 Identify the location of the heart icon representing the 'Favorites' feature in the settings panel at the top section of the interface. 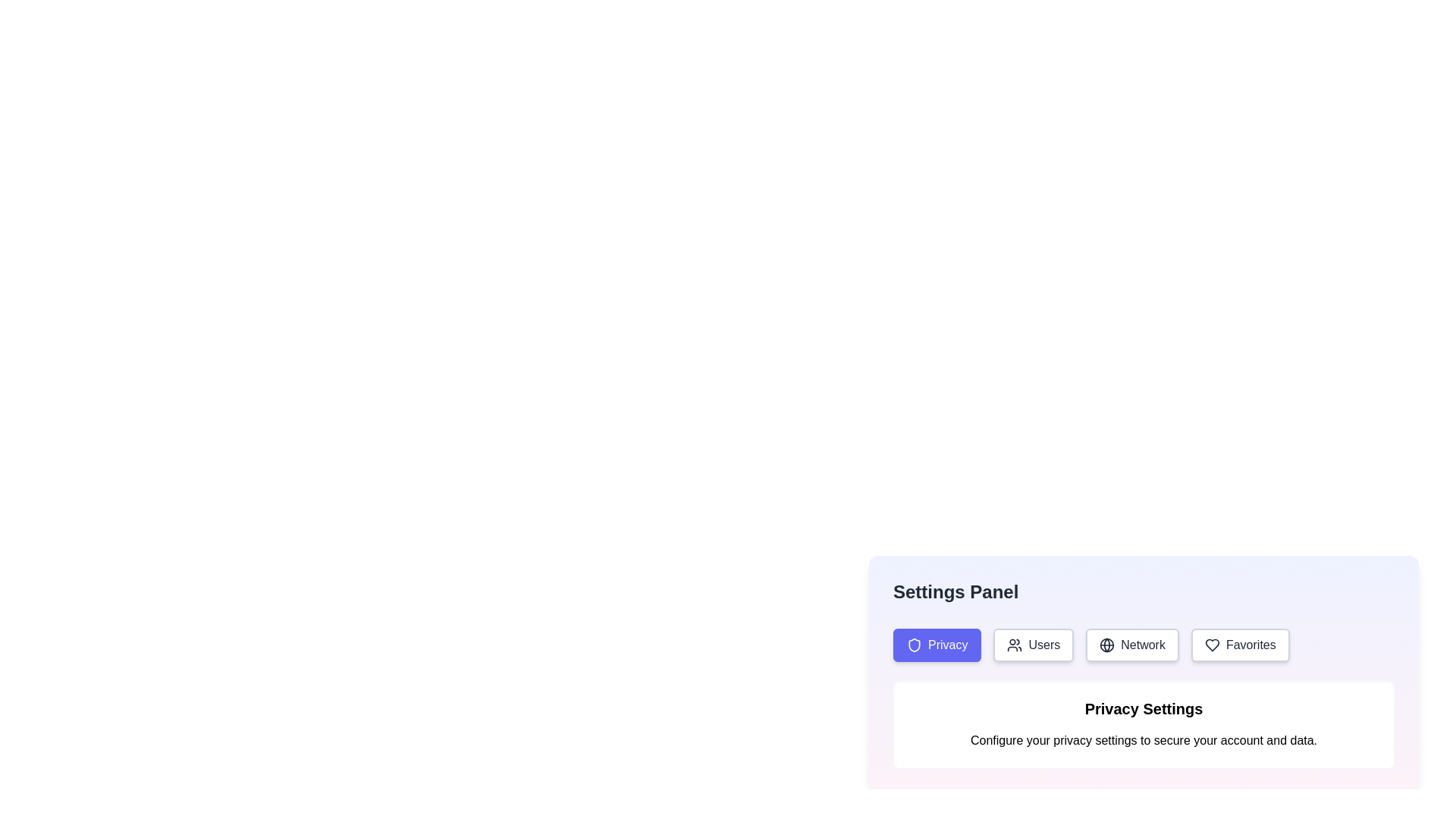
(1211, 645).